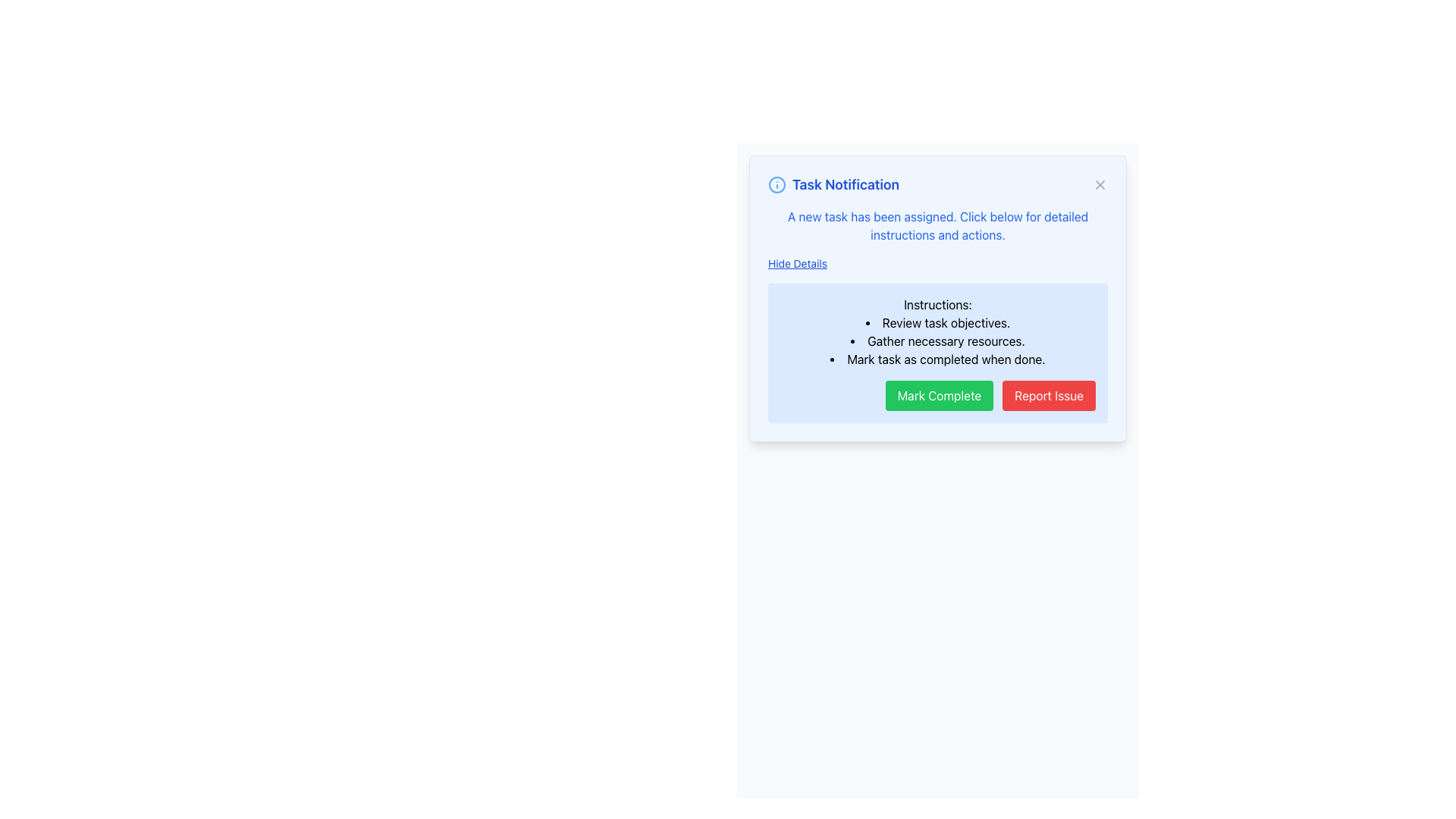  Describe the element at coordinates (1100, 184) in the screenshot. I see `the close button located at the far right side of the 'Task Notification' header` at that location.